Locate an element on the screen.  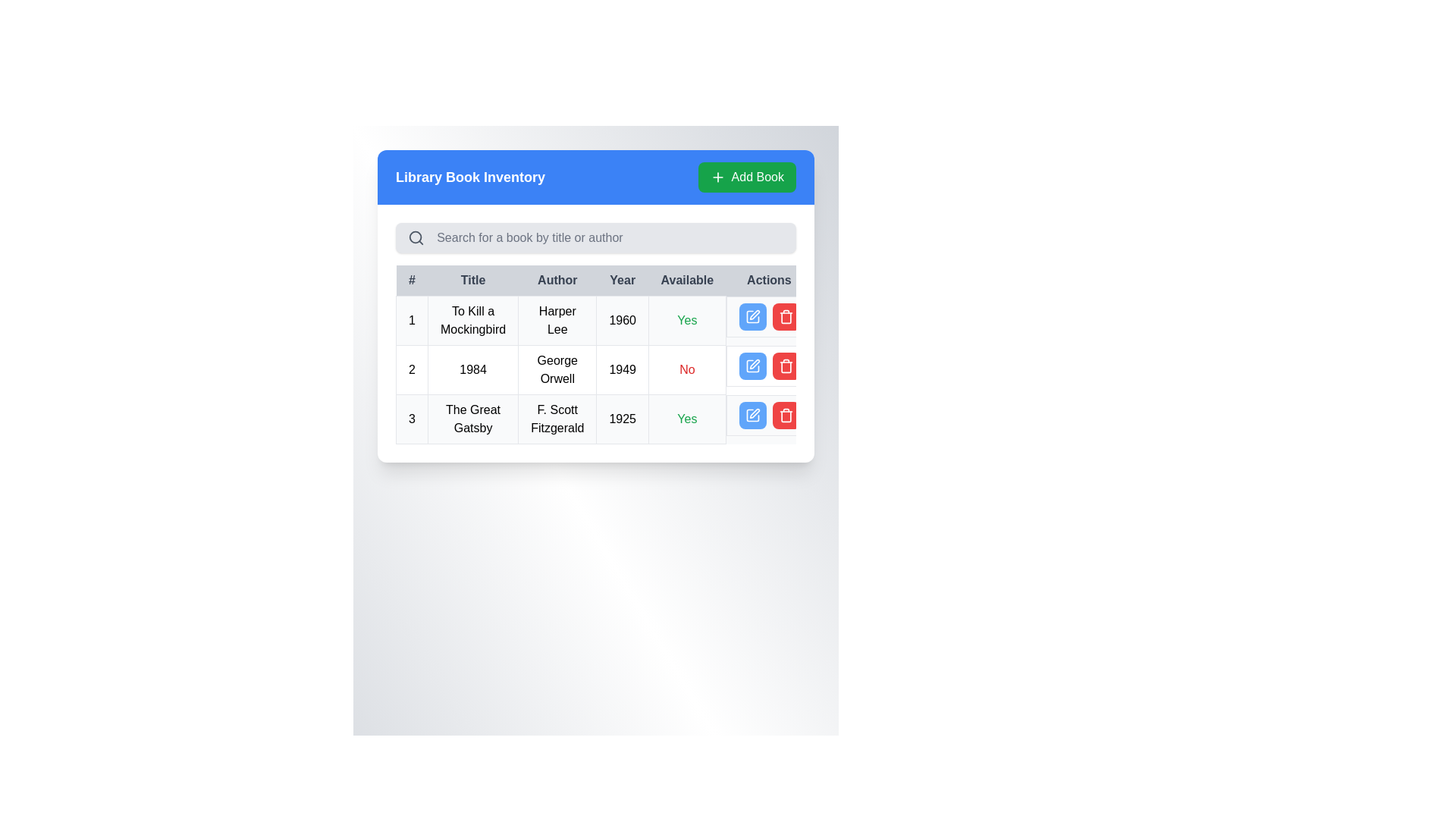
the 'Library Book Inventory' text label, which is a bold white font on a blue background, positioned to the left of the 'Add Book' button is located at coordinates (469, 177).